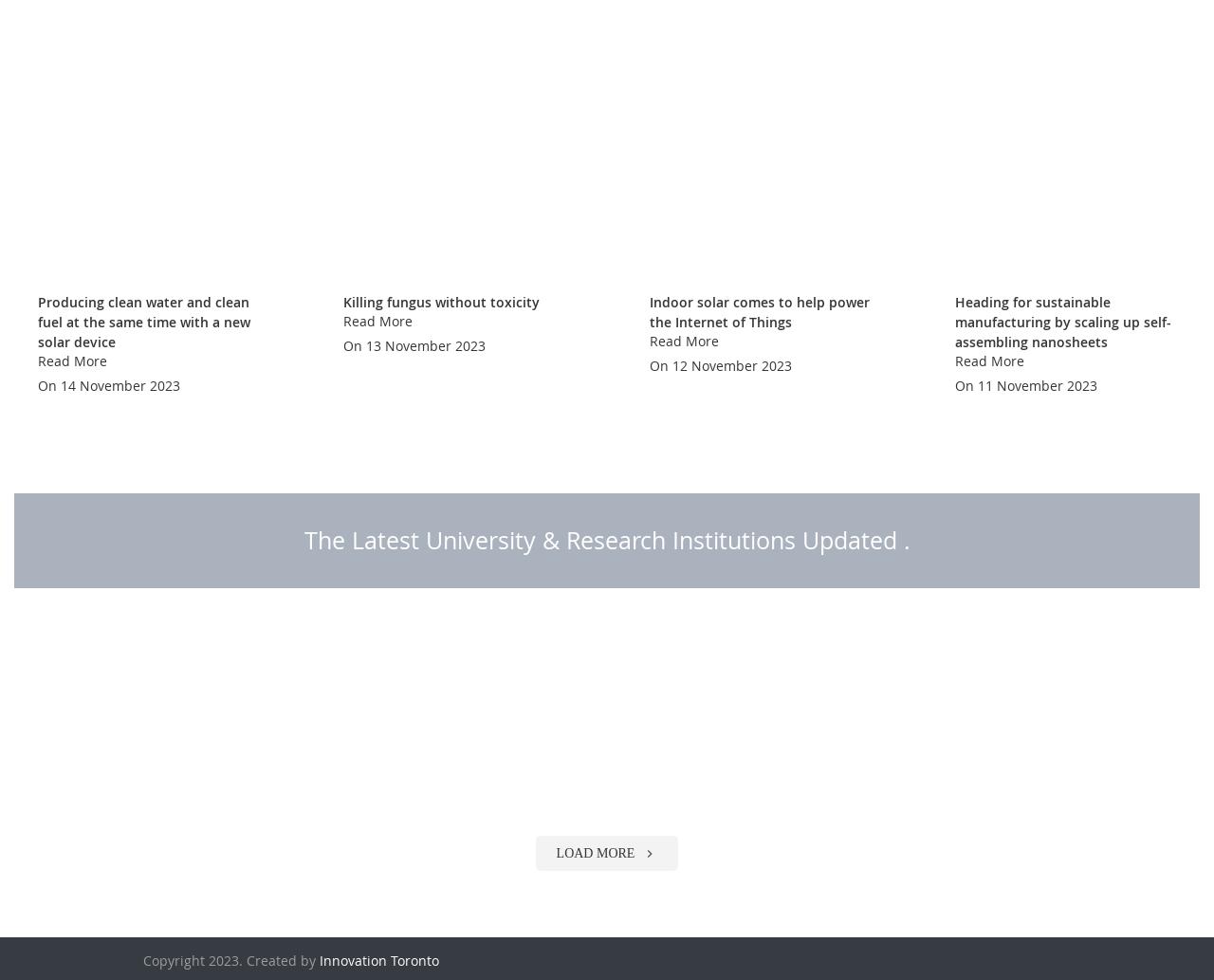 This screenshot has width=1214, height=980. Describe the element at coordinates (761, 903) in the screenshot. I see `'University of Illinois at Urbana Champaign (UIUC)'` at that location.